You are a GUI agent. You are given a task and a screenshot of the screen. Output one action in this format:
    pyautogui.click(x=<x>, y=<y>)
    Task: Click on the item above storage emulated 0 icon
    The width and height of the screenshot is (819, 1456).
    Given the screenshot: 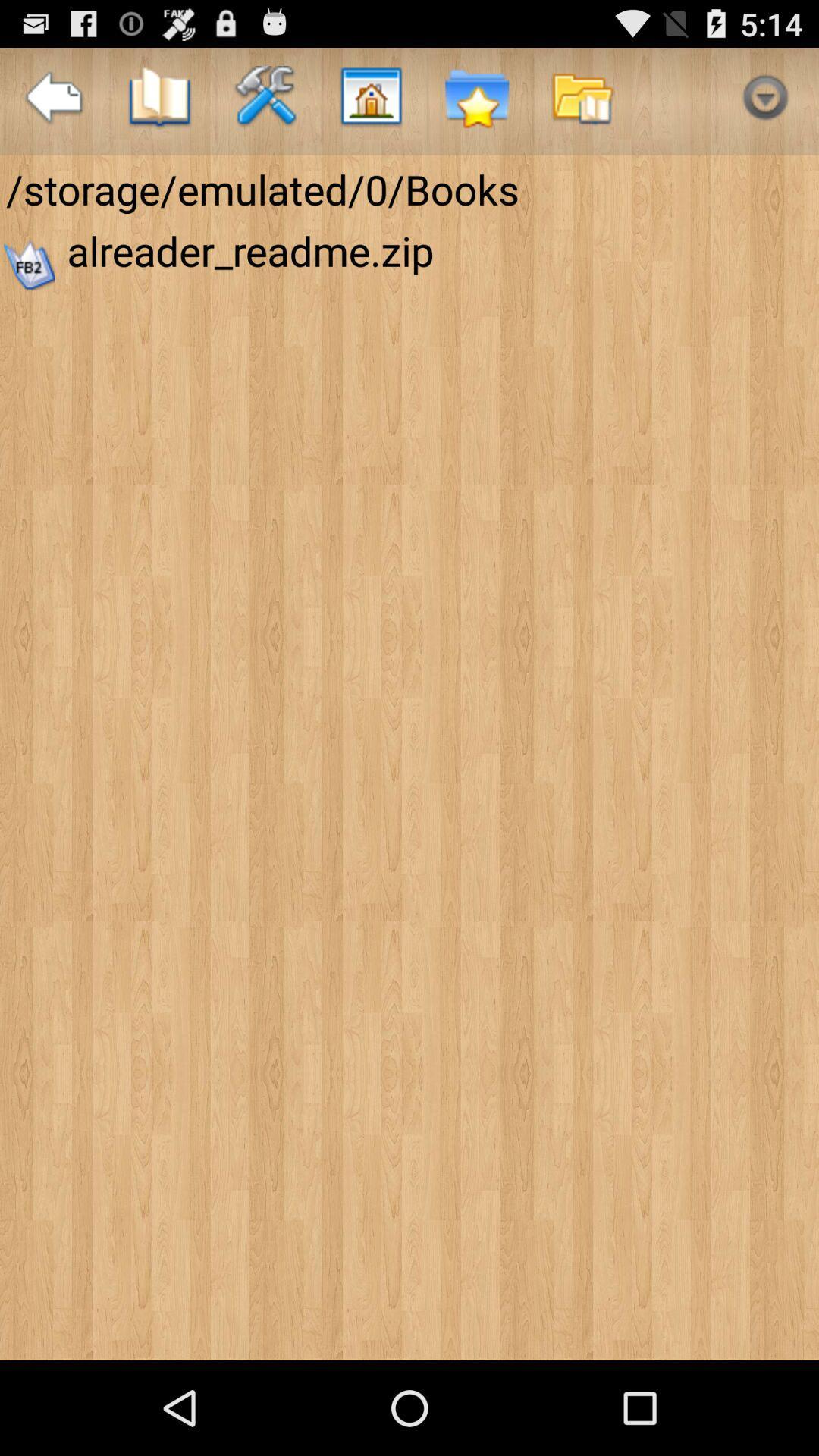 What is the action you would take?
    pyautogui.click(x=765, y=100)
    